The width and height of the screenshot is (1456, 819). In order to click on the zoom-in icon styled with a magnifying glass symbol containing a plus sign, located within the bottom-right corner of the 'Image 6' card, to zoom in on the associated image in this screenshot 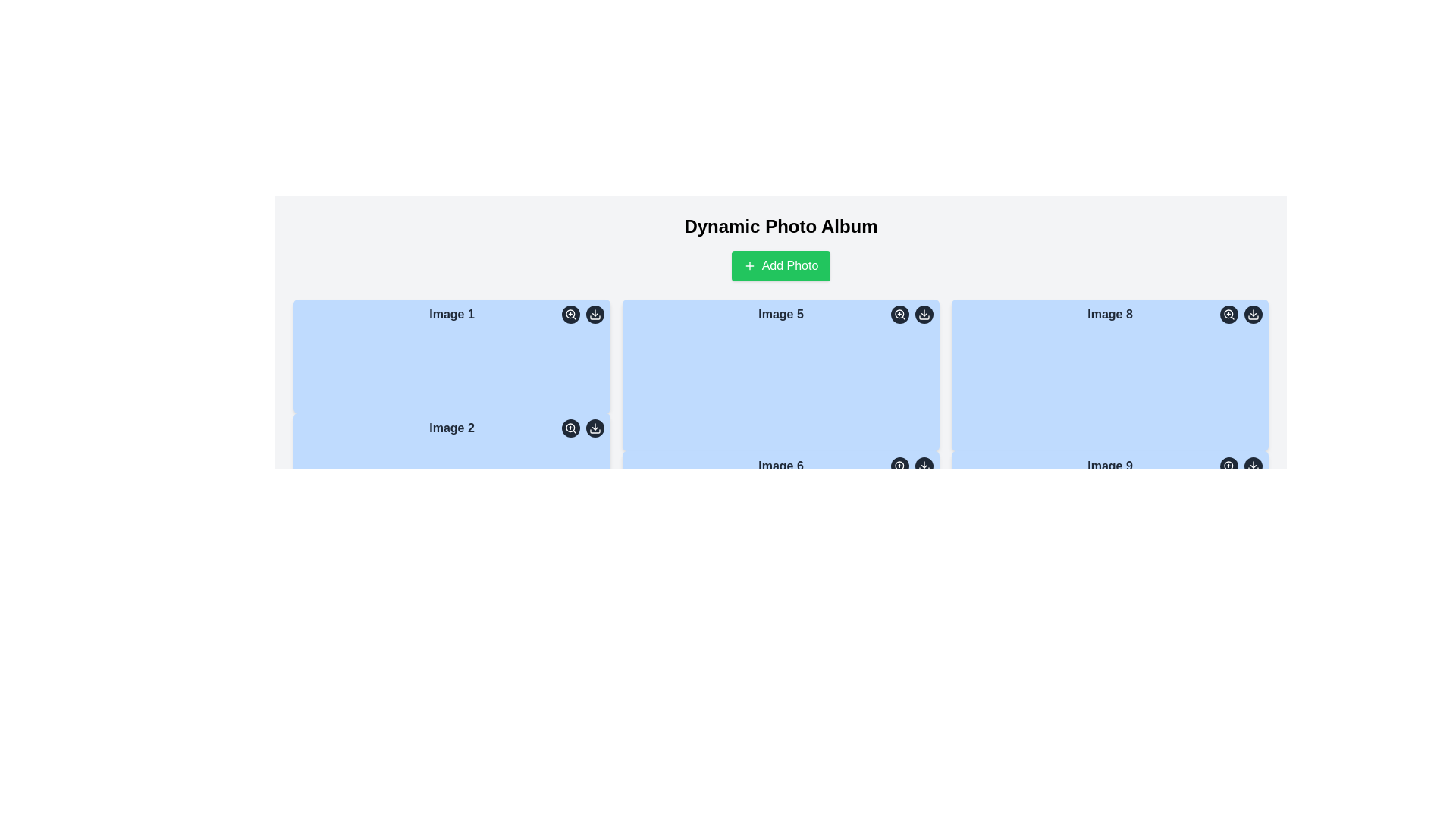, I will do `click(899, 465)`.